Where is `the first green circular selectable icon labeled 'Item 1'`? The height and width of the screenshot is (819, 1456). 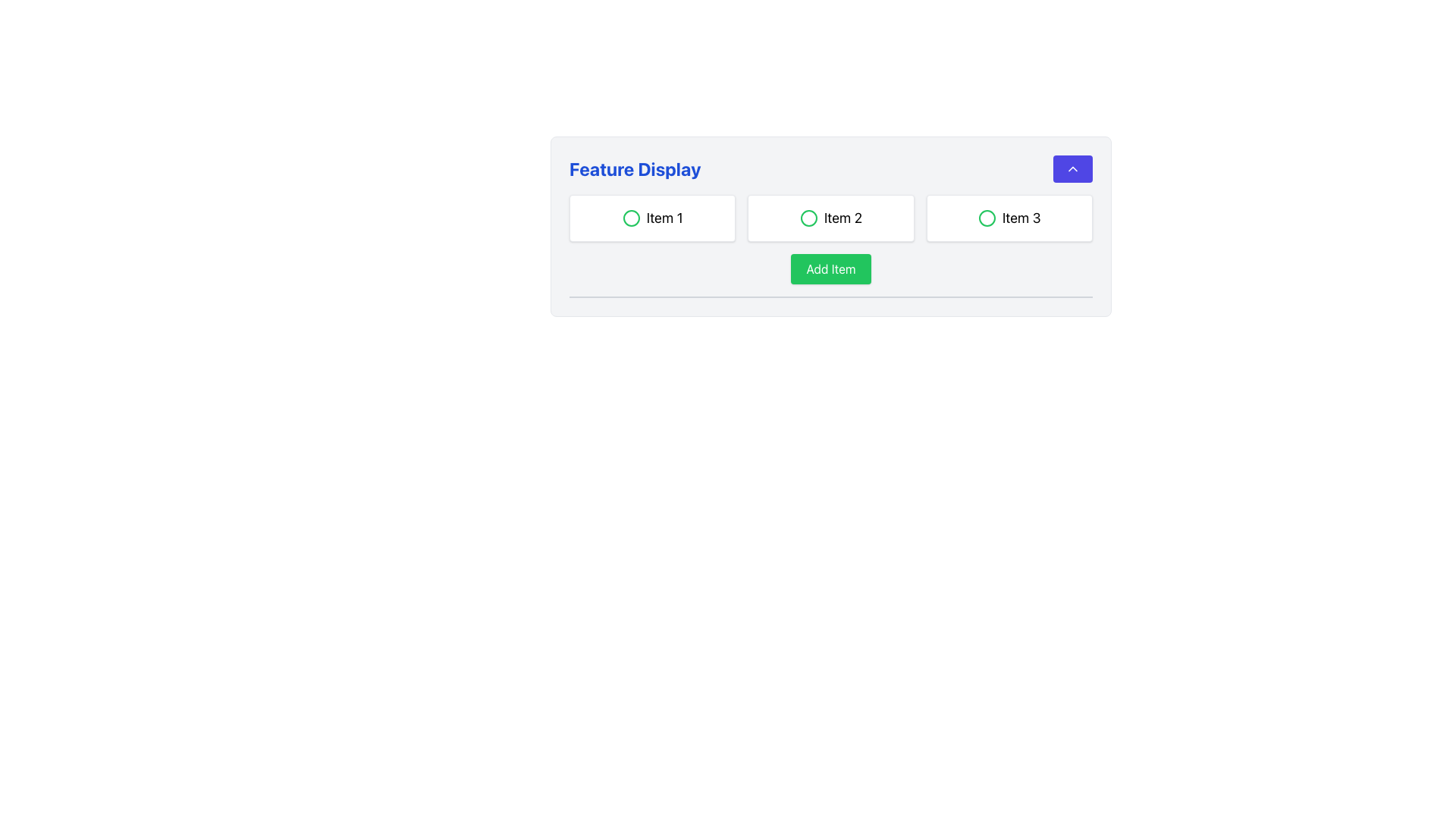
the first green circular selectable icon labeled 'Item 1' is located at coordinates (631, 218).